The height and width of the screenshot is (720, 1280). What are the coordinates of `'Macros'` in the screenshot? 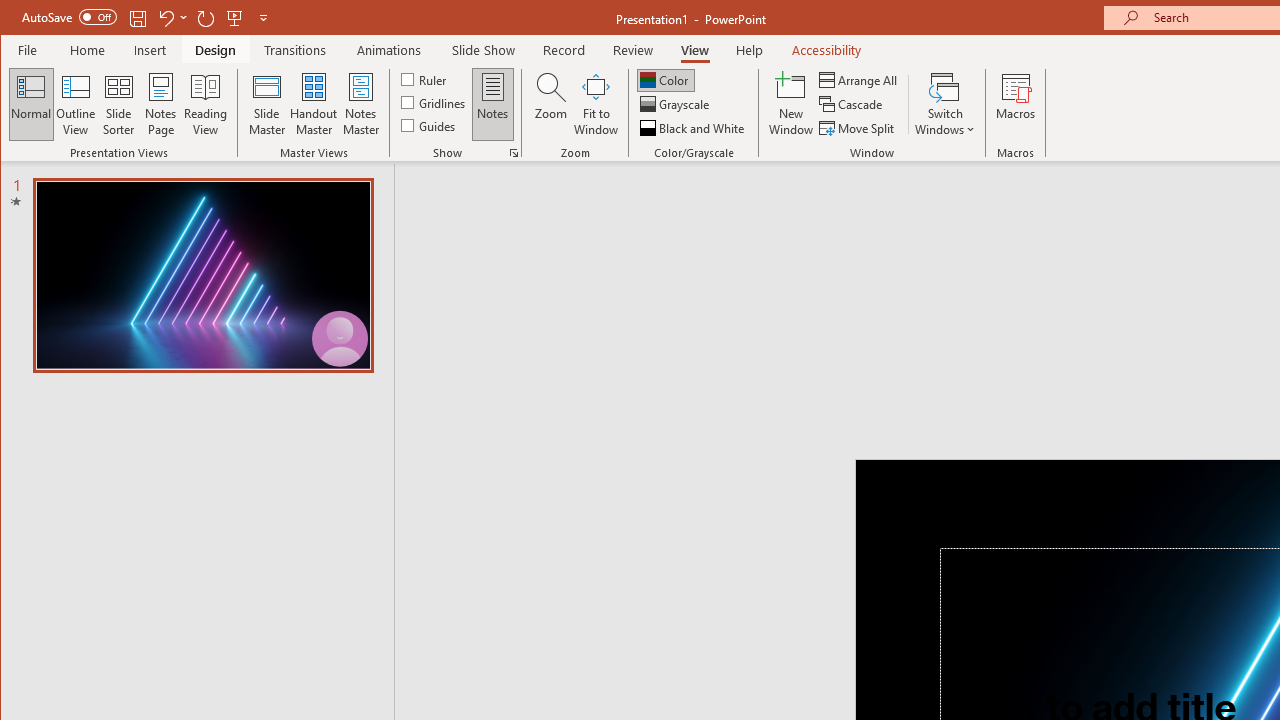 It's located at (1016, 104).